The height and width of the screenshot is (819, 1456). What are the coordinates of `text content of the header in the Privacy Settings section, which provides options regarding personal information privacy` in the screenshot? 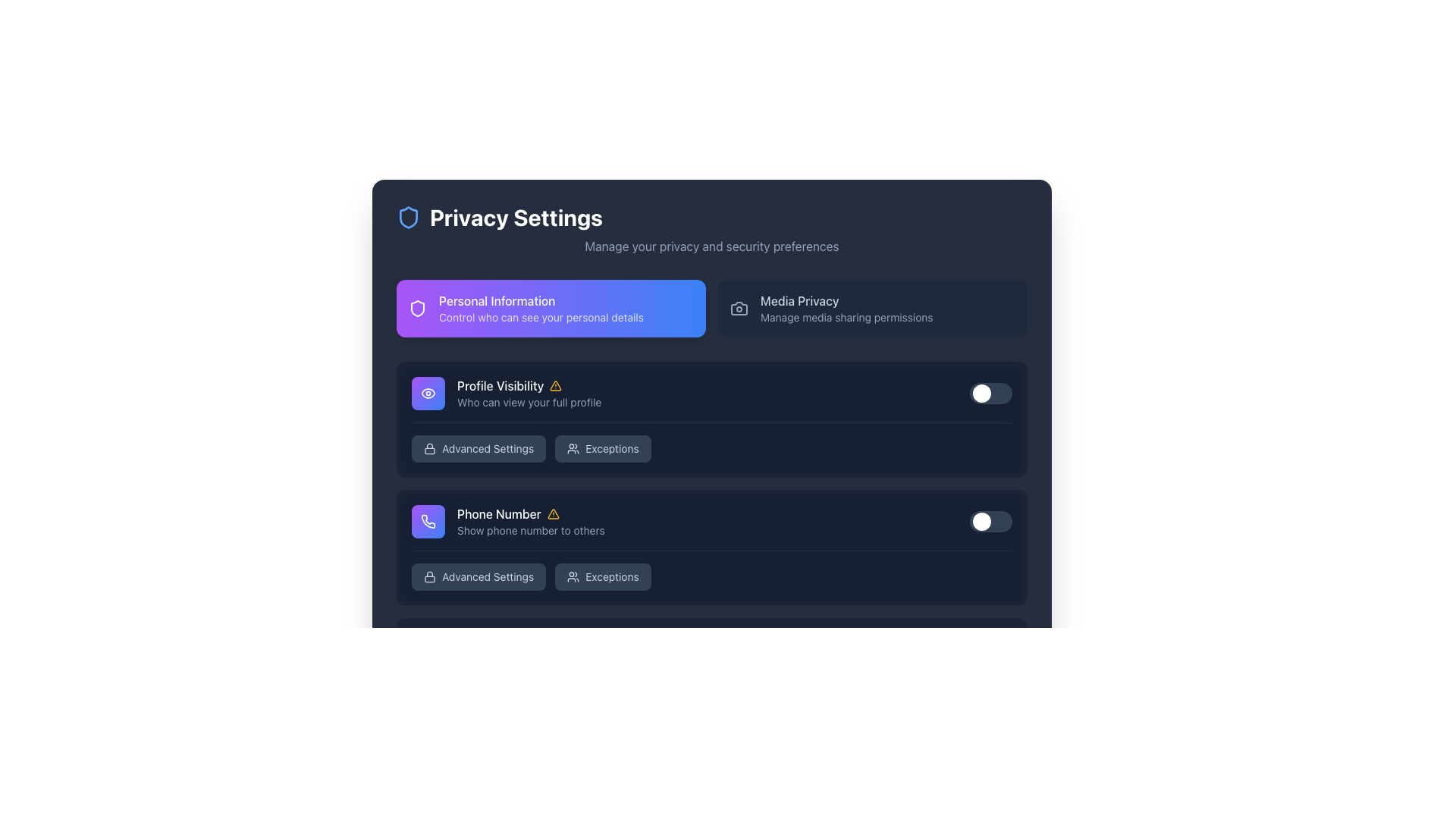 It's located at (541, 308).